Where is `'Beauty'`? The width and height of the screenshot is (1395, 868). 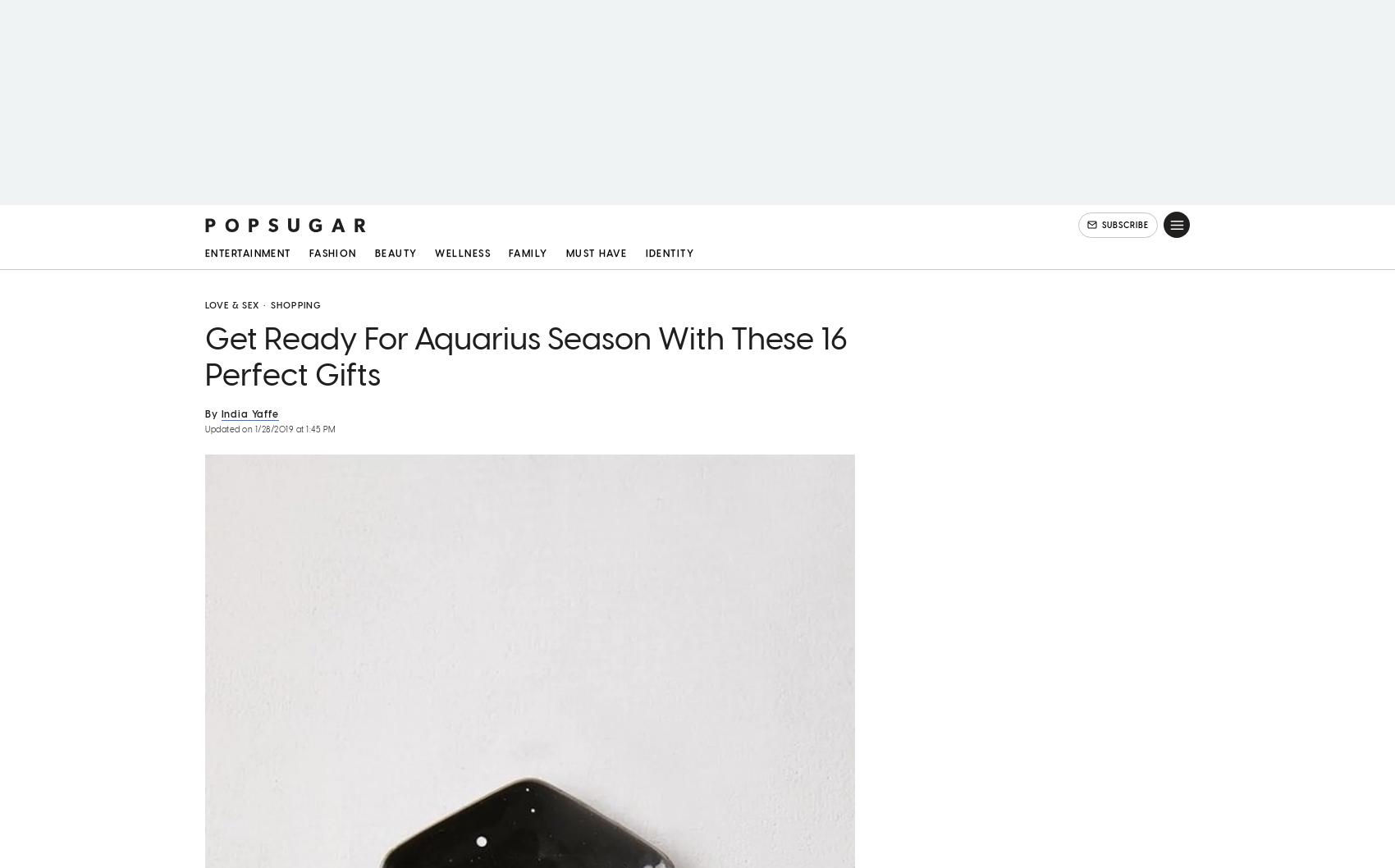
'Beauty' is located at coordinates (395, 255).